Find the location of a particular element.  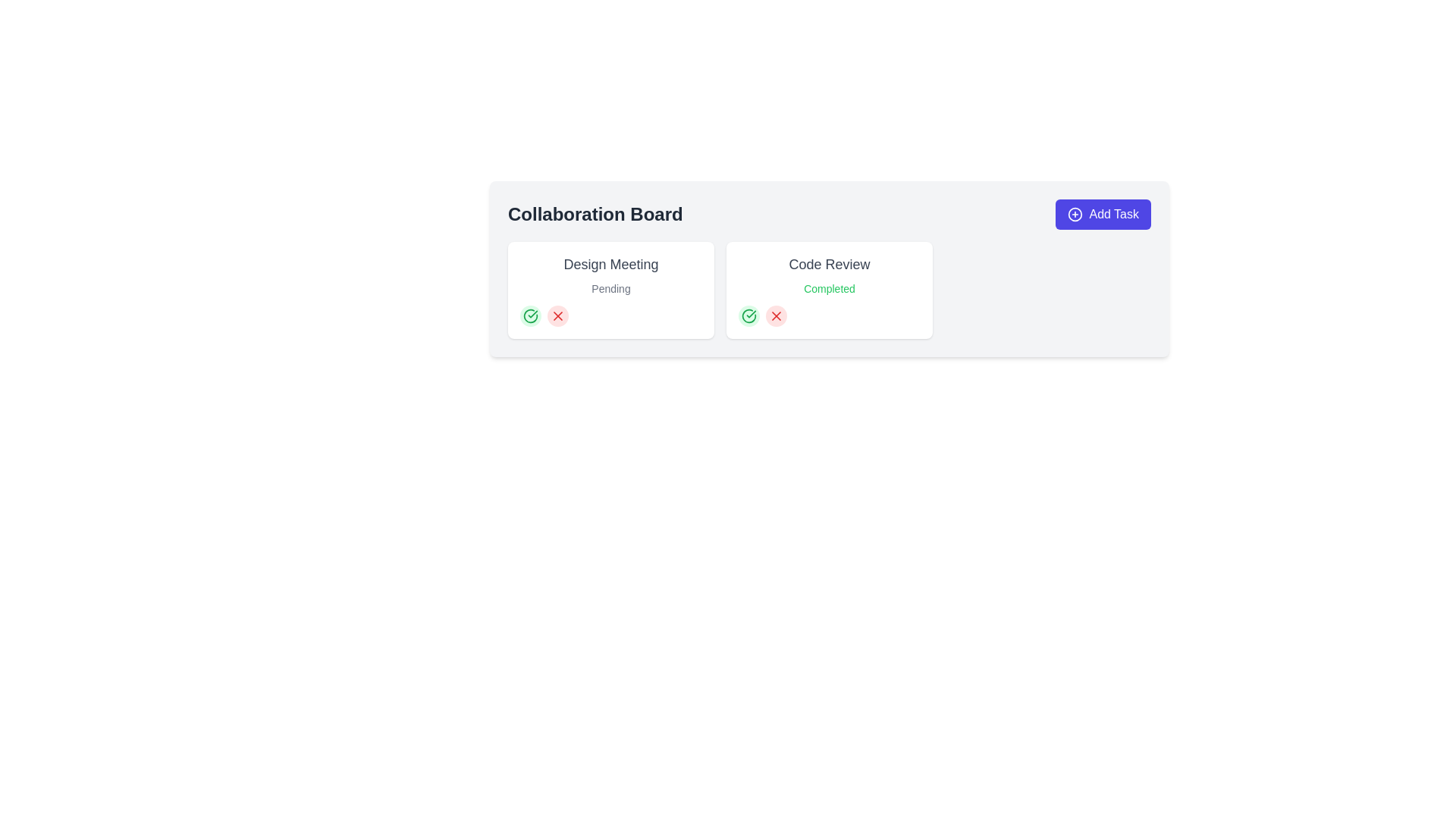

the circular outline icon with a plus sign at its center, which serves as a visual indicator within the 'Add Task' button located at the top-right corner of the interface is located at coordinates (1075, 214).